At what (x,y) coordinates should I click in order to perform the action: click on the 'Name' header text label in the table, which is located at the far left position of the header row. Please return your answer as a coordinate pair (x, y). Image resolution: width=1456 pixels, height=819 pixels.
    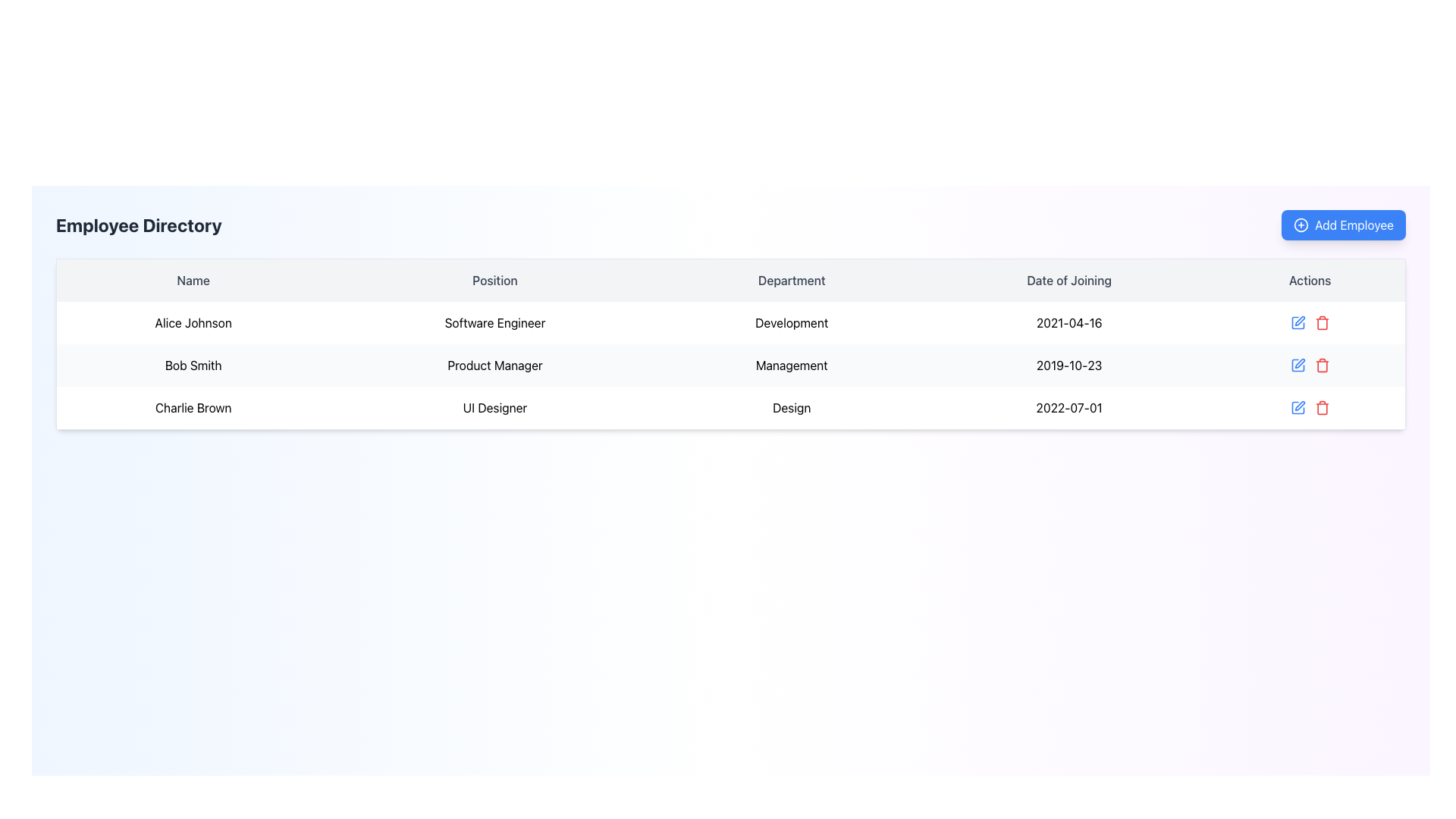
    Looking at the image, I should click on (192, 280).